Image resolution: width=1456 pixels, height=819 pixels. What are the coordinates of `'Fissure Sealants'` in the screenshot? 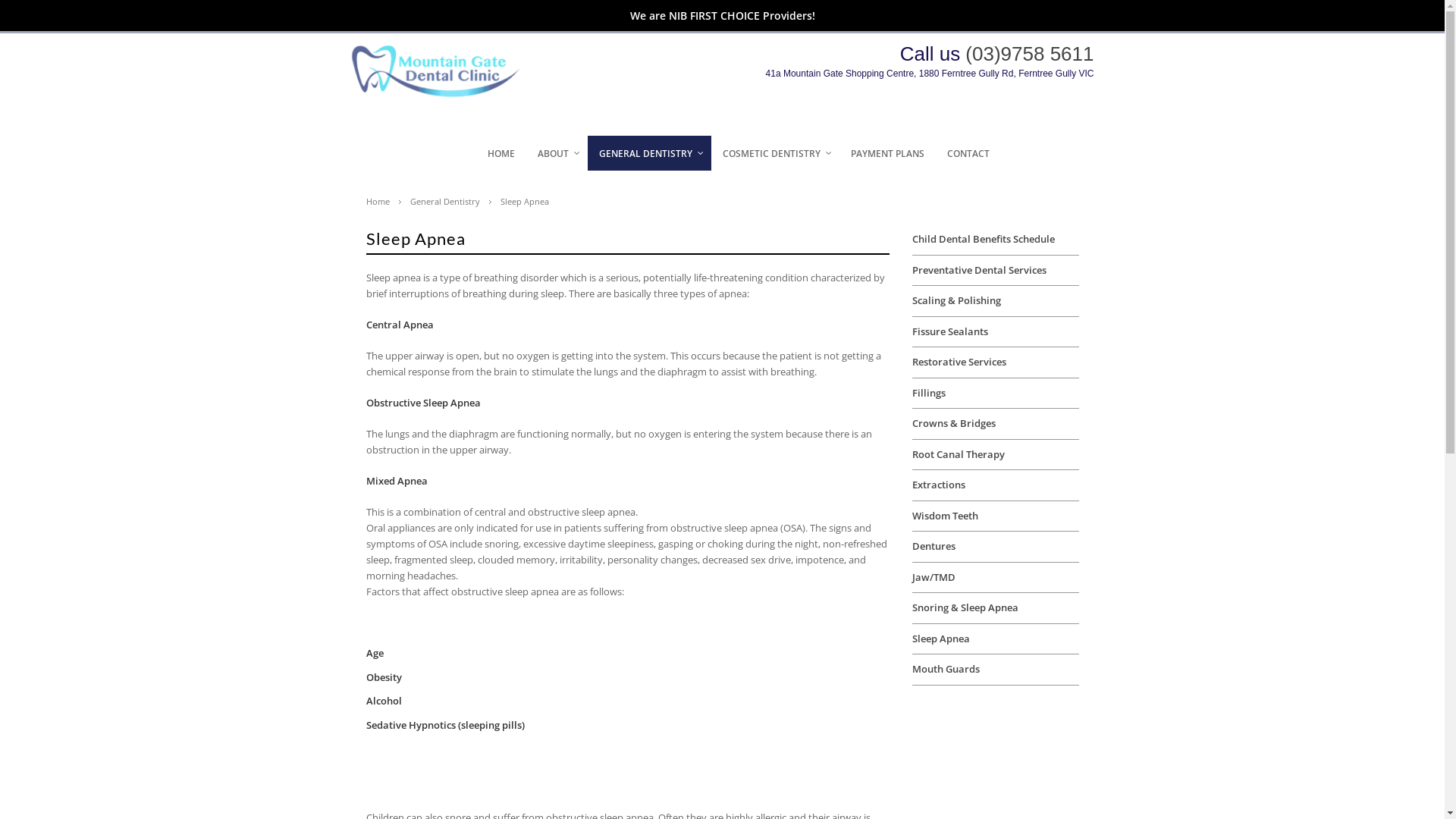 It's located at (949, 330).